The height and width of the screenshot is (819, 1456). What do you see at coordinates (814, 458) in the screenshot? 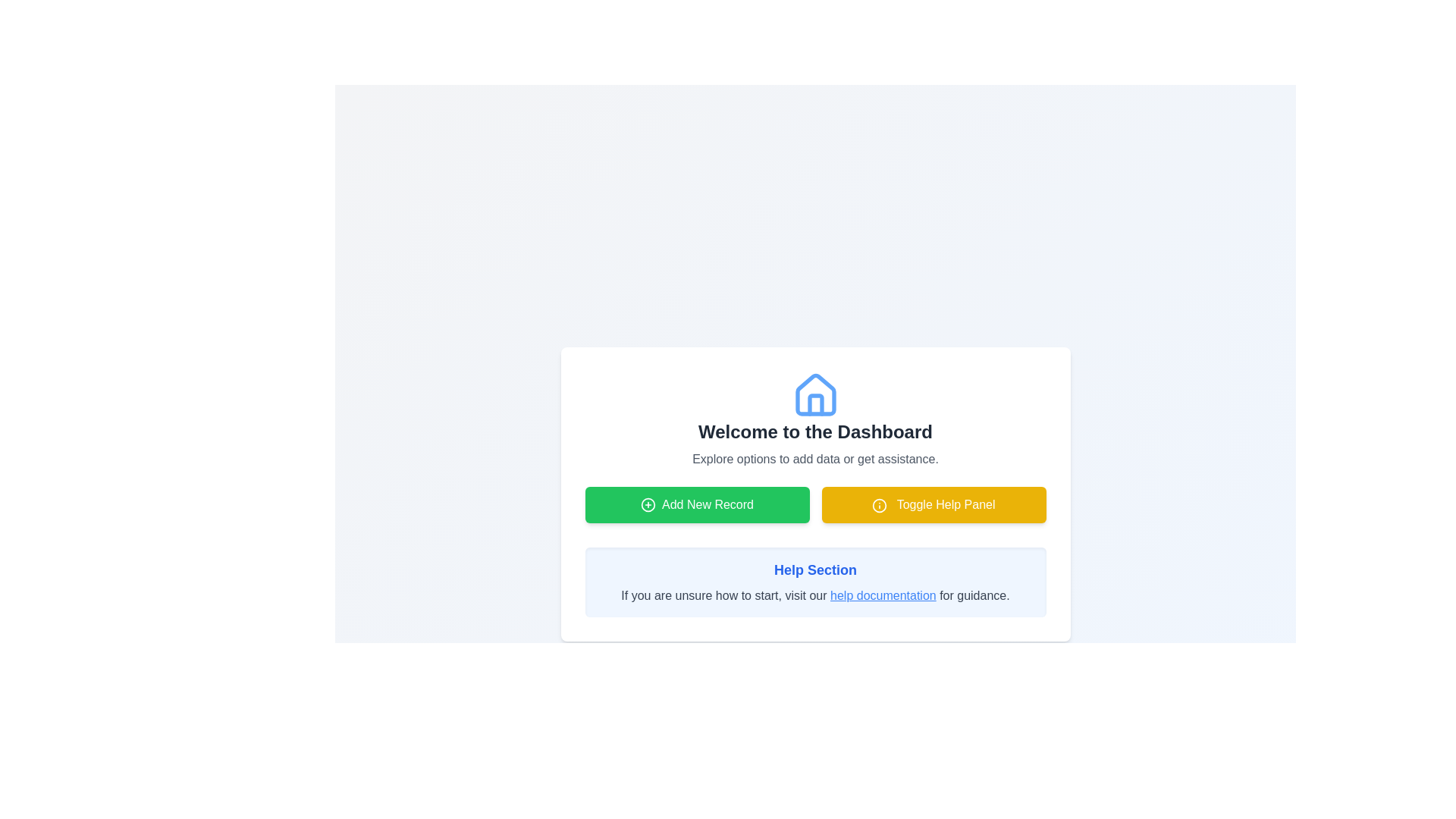
I see `the text label that provides guidance or suggestions, located directly below 'Welcome to the Dashboard' and above the buttons 'Add New Record' and 'Toggle Help Panel'` at bounding box center [814, 458].